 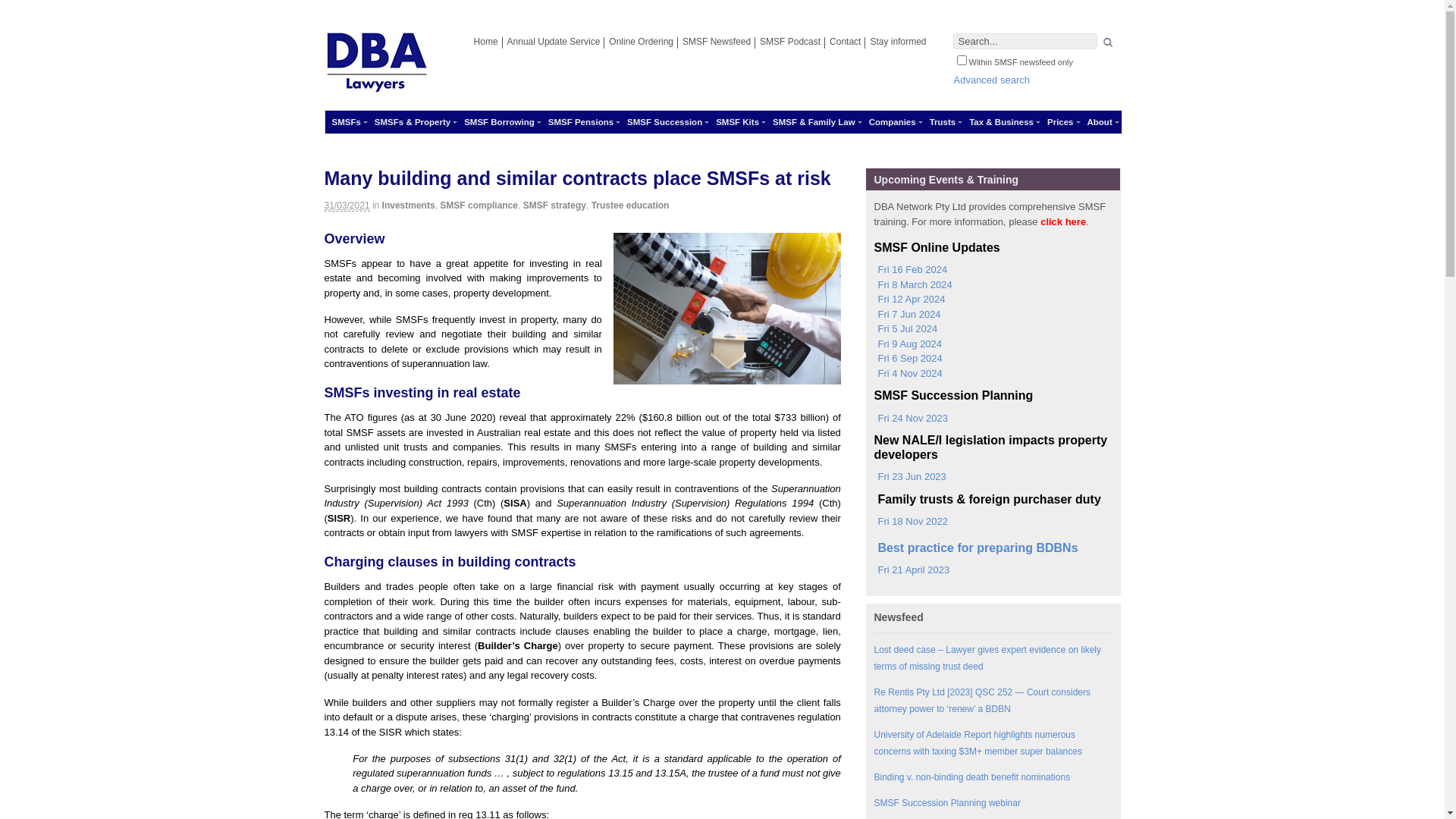 I want to click on 'Leading SMSF Law Firm', so click(x=377, y=86).